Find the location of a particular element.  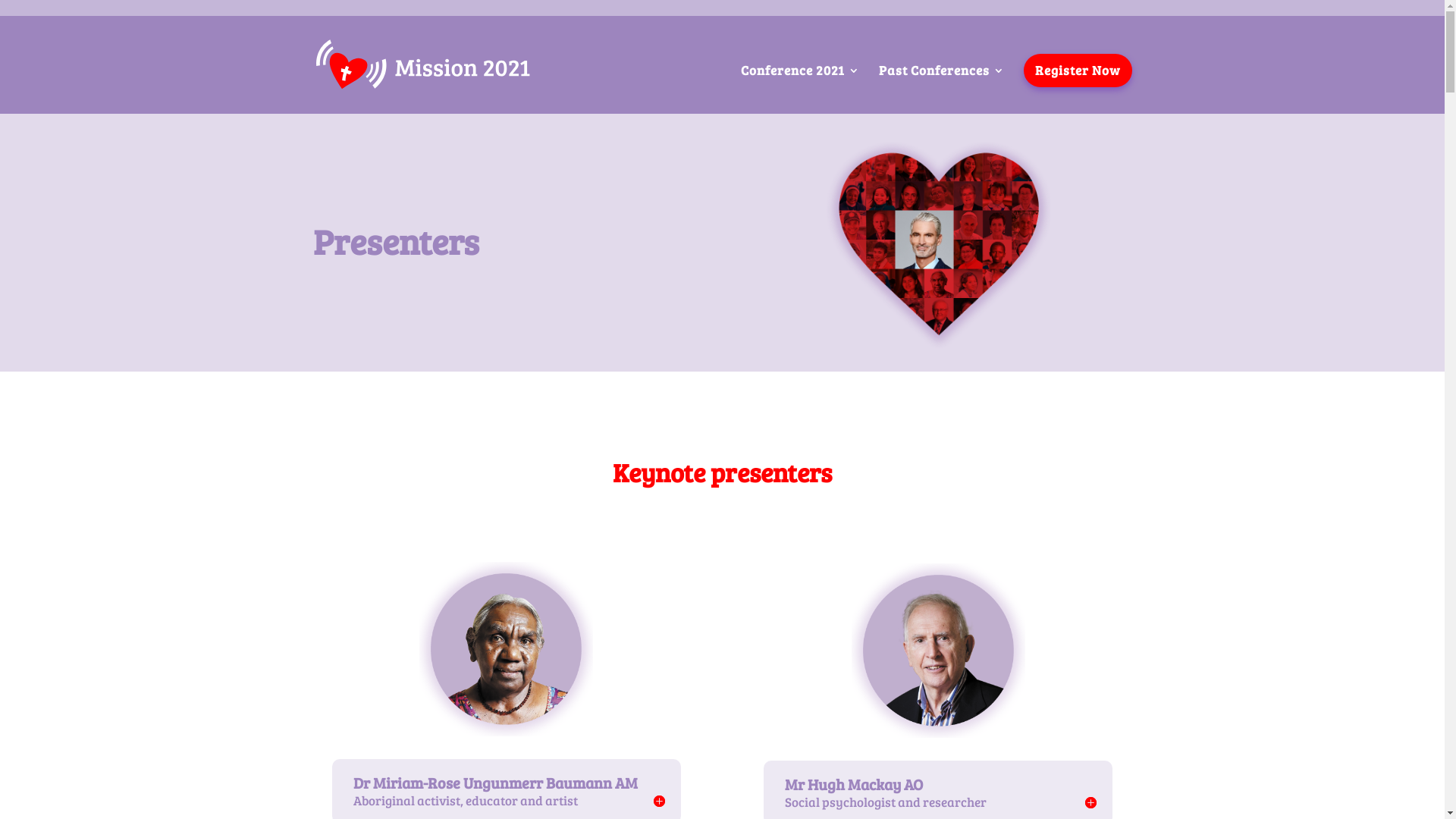

'Conference 2021' is located at coordinates (739, 89).